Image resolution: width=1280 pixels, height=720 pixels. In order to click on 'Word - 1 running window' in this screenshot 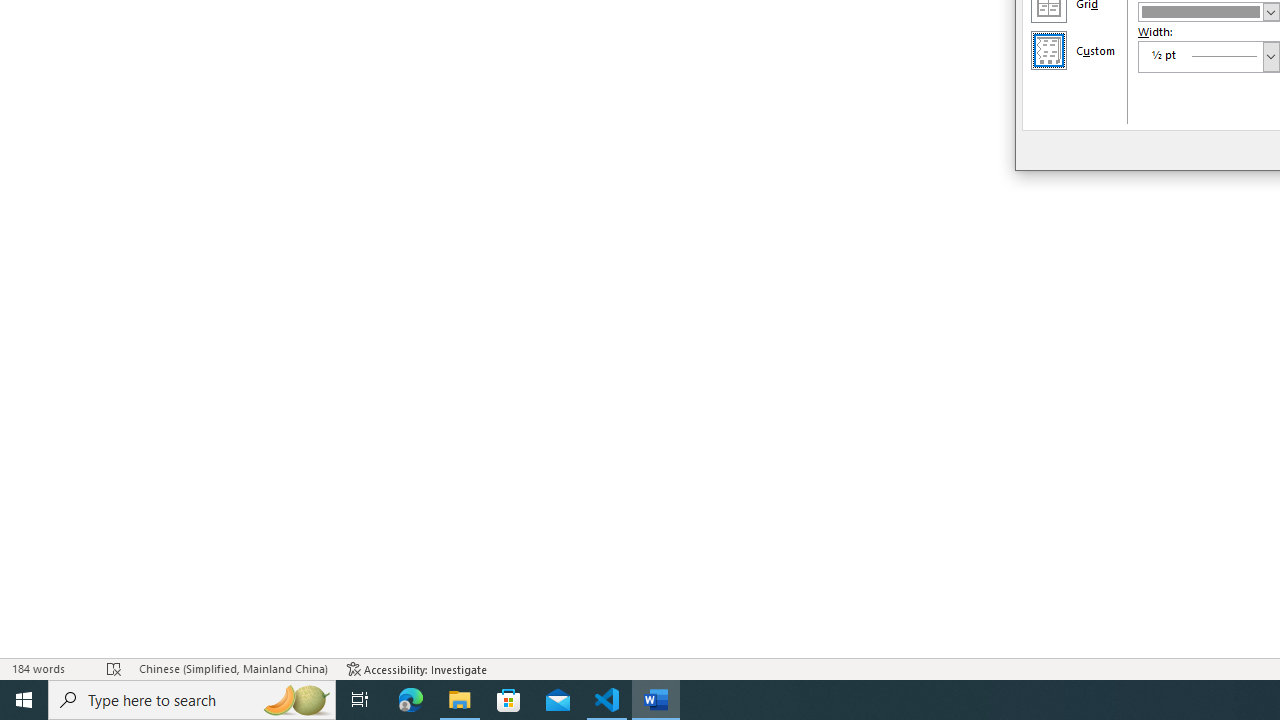, I will do `click(656, 698)`.